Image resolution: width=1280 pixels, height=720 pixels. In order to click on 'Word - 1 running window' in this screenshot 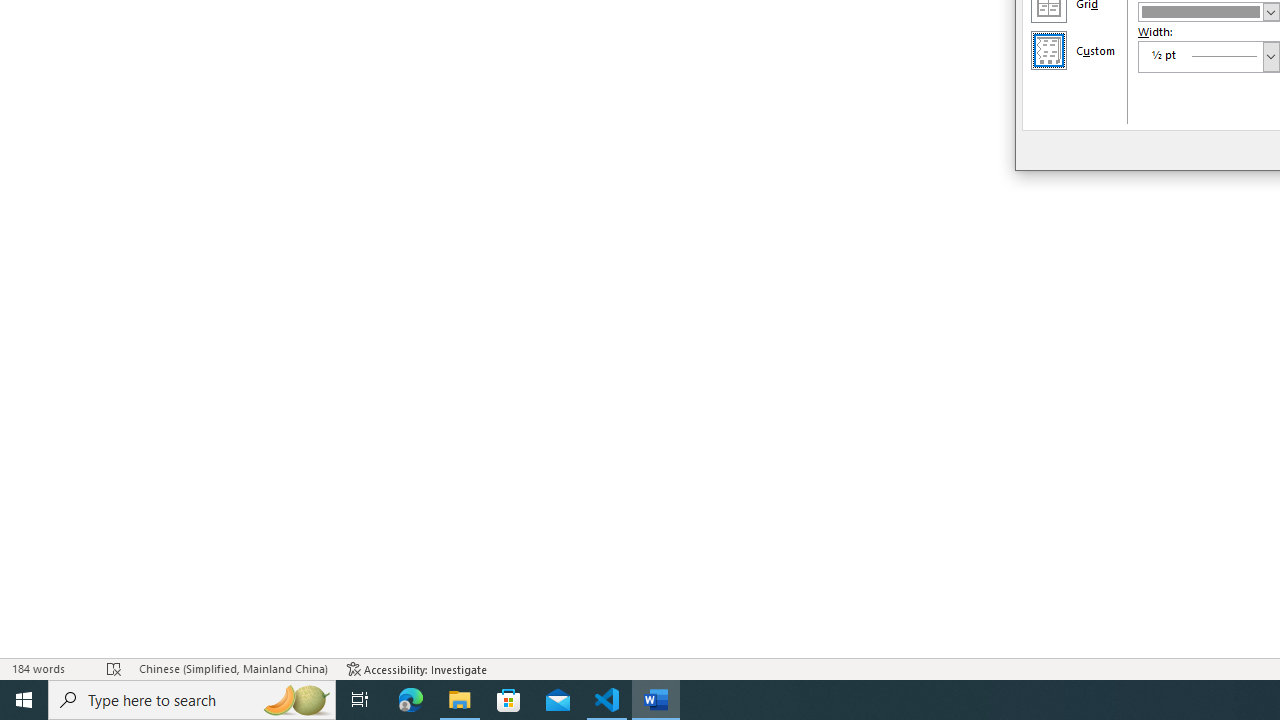, I will do `click(656, 698)`.